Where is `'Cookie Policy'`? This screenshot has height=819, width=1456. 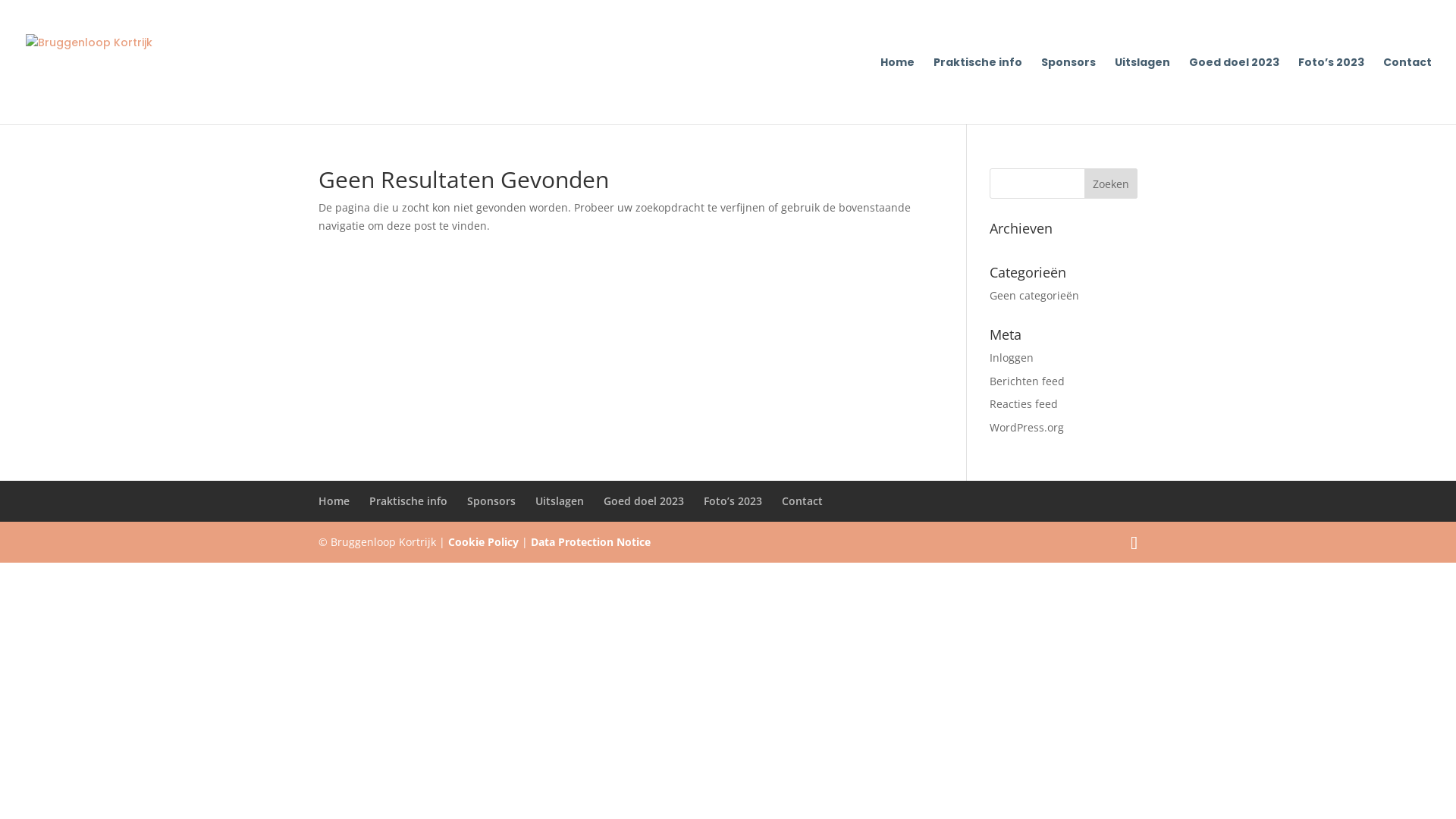
'Cookie Policy' is located at coordinates (447, 541).